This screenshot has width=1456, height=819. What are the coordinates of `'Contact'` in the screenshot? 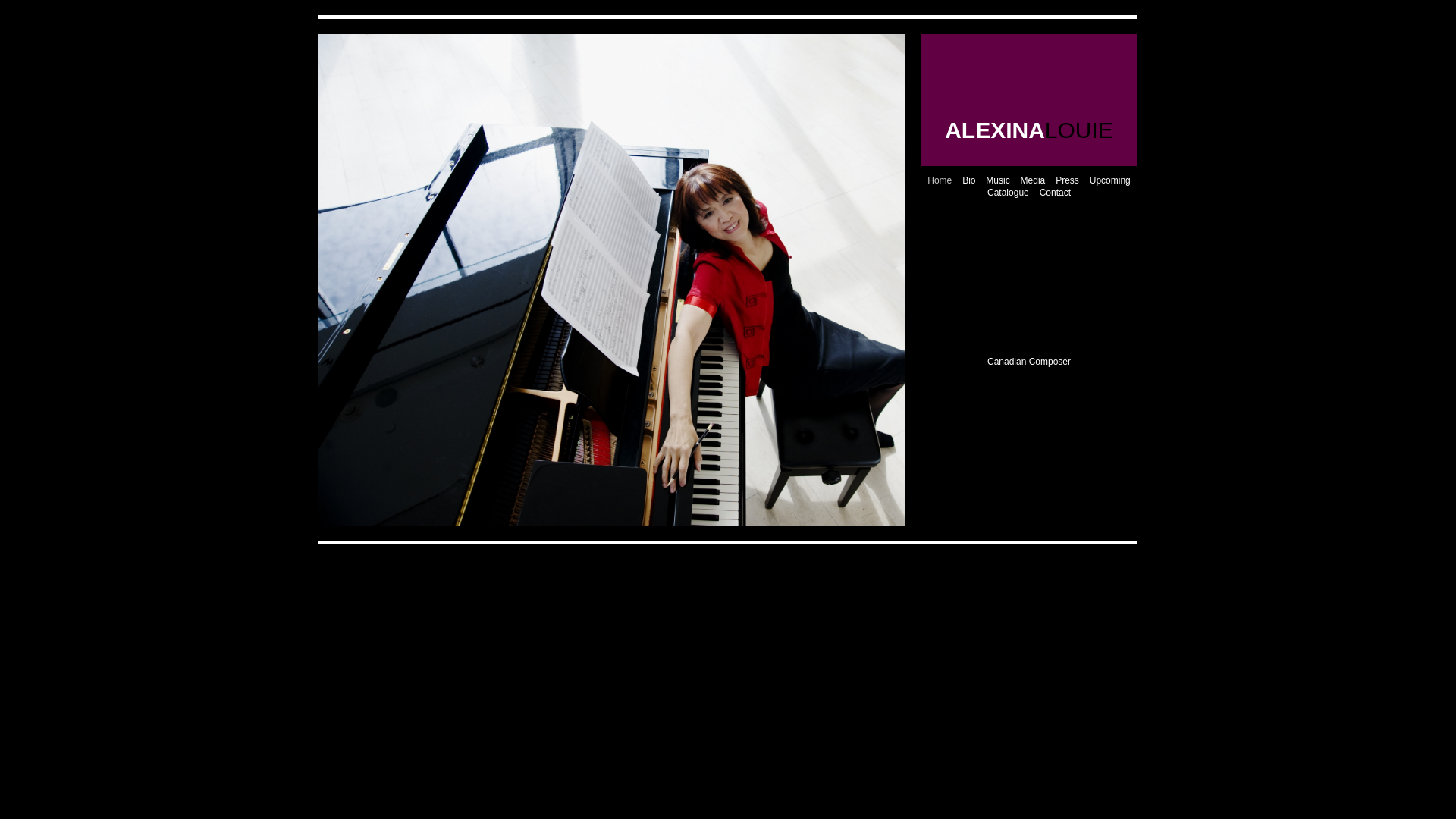 It's located at (1054, 192).